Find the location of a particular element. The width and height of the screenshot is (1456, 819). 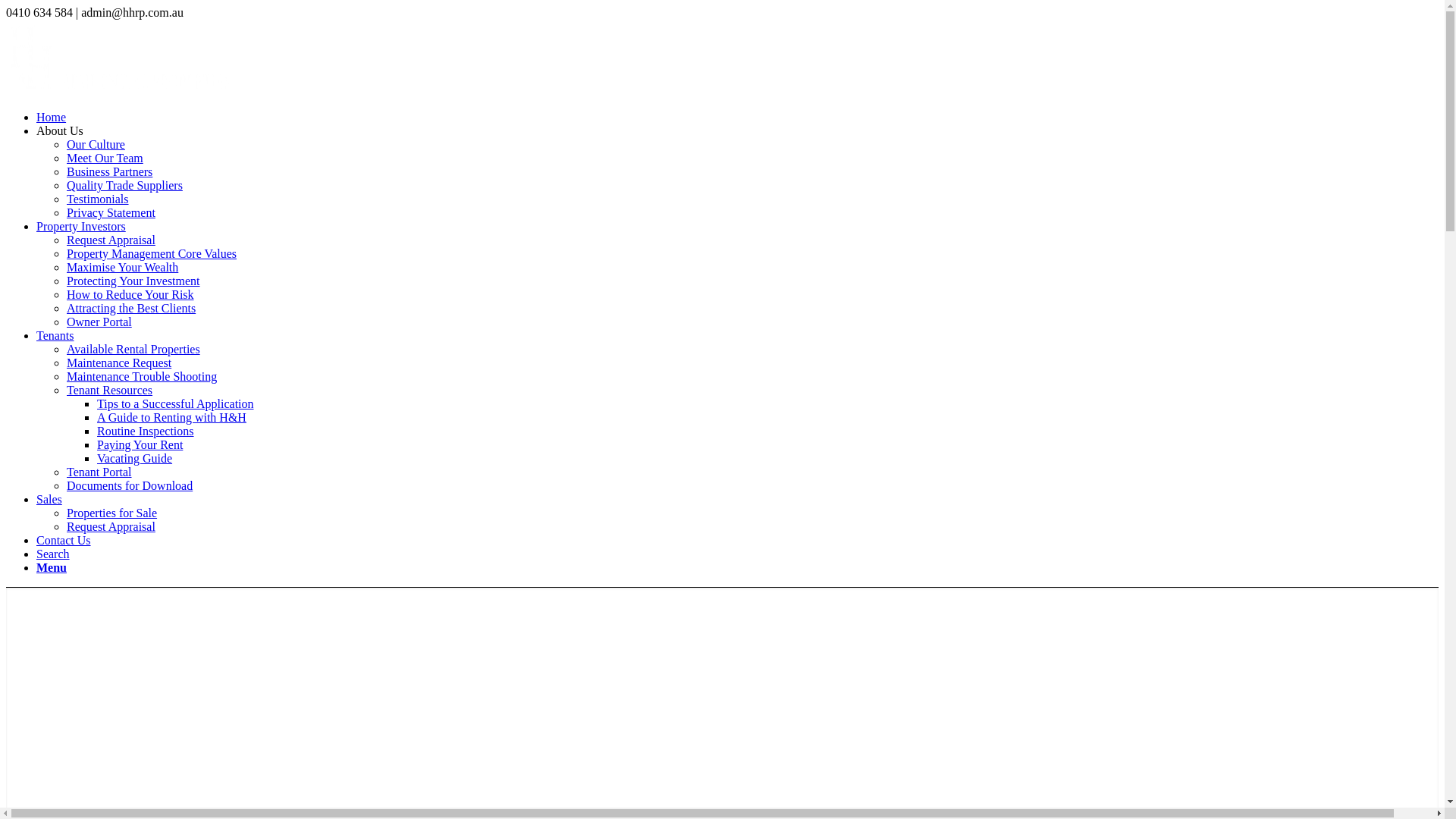

'Meet Our Team' is located at coordinates (104, 158).